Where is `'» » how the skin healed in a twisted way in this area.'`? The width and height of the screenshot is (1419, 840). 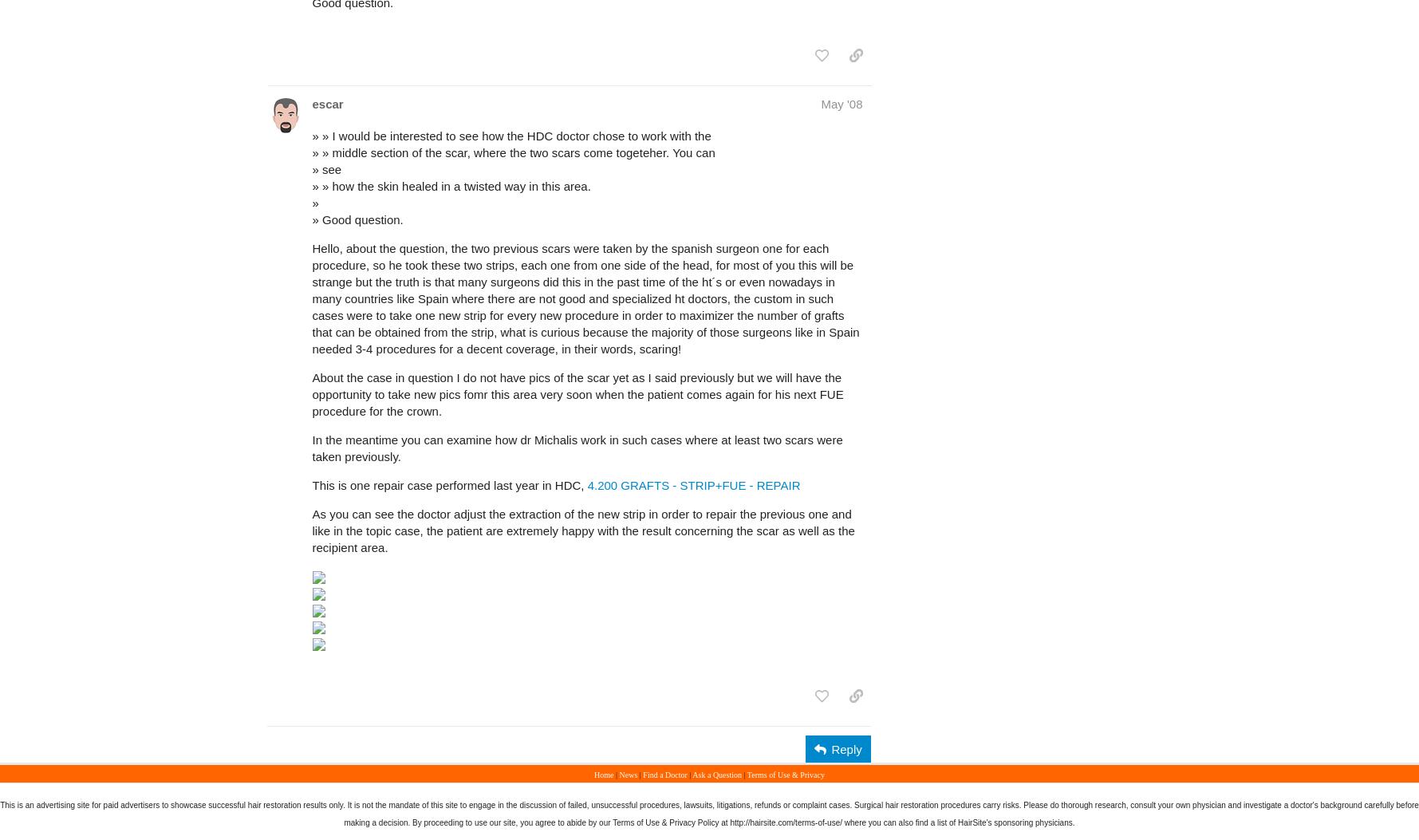 '» » how the skin healed in a twisted way in this area.' is located at coordinates (311, 185).